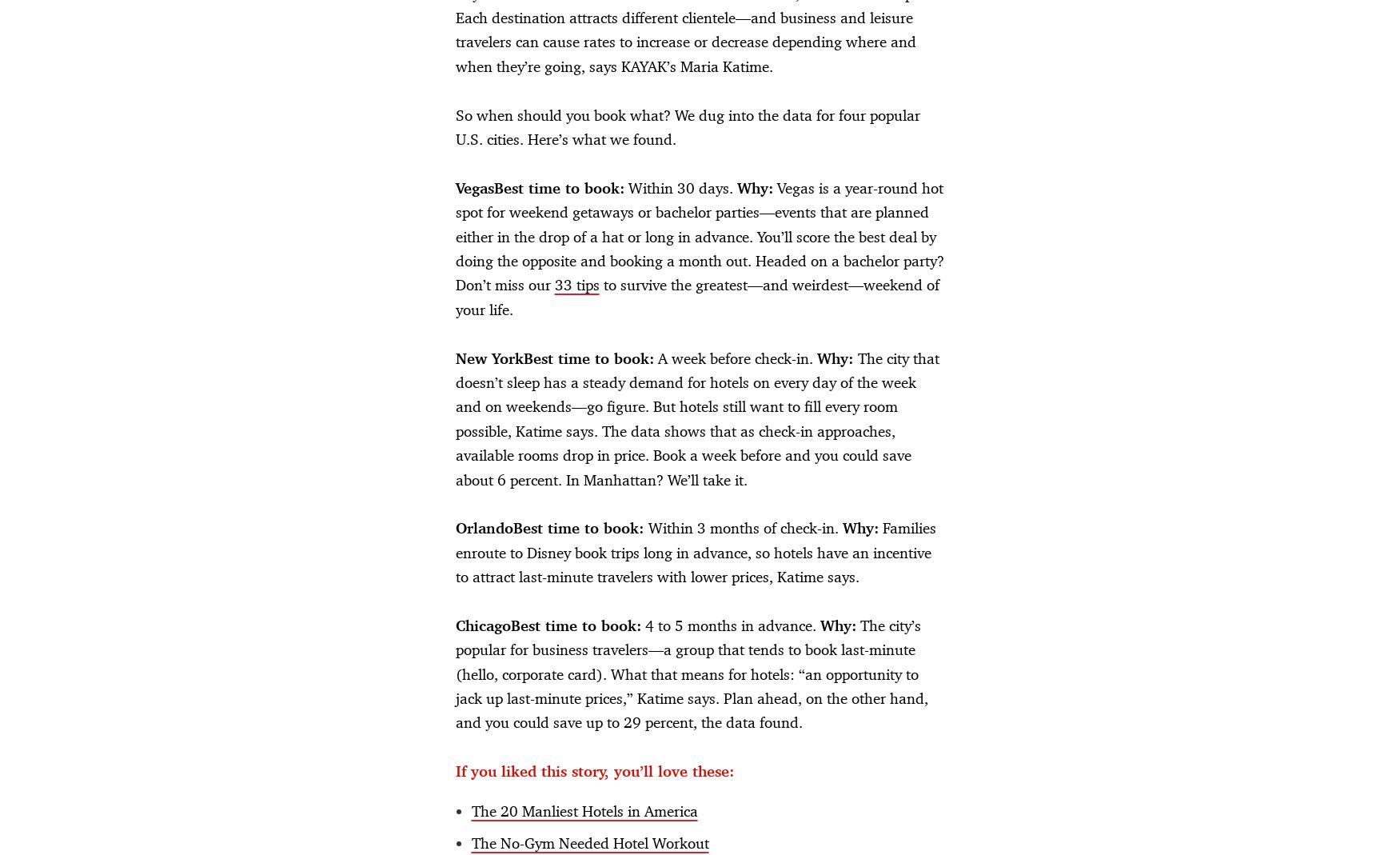  Describe the element at coordinates (305, 581) in the screenshot. I see `'About Men's Health'` at that location.